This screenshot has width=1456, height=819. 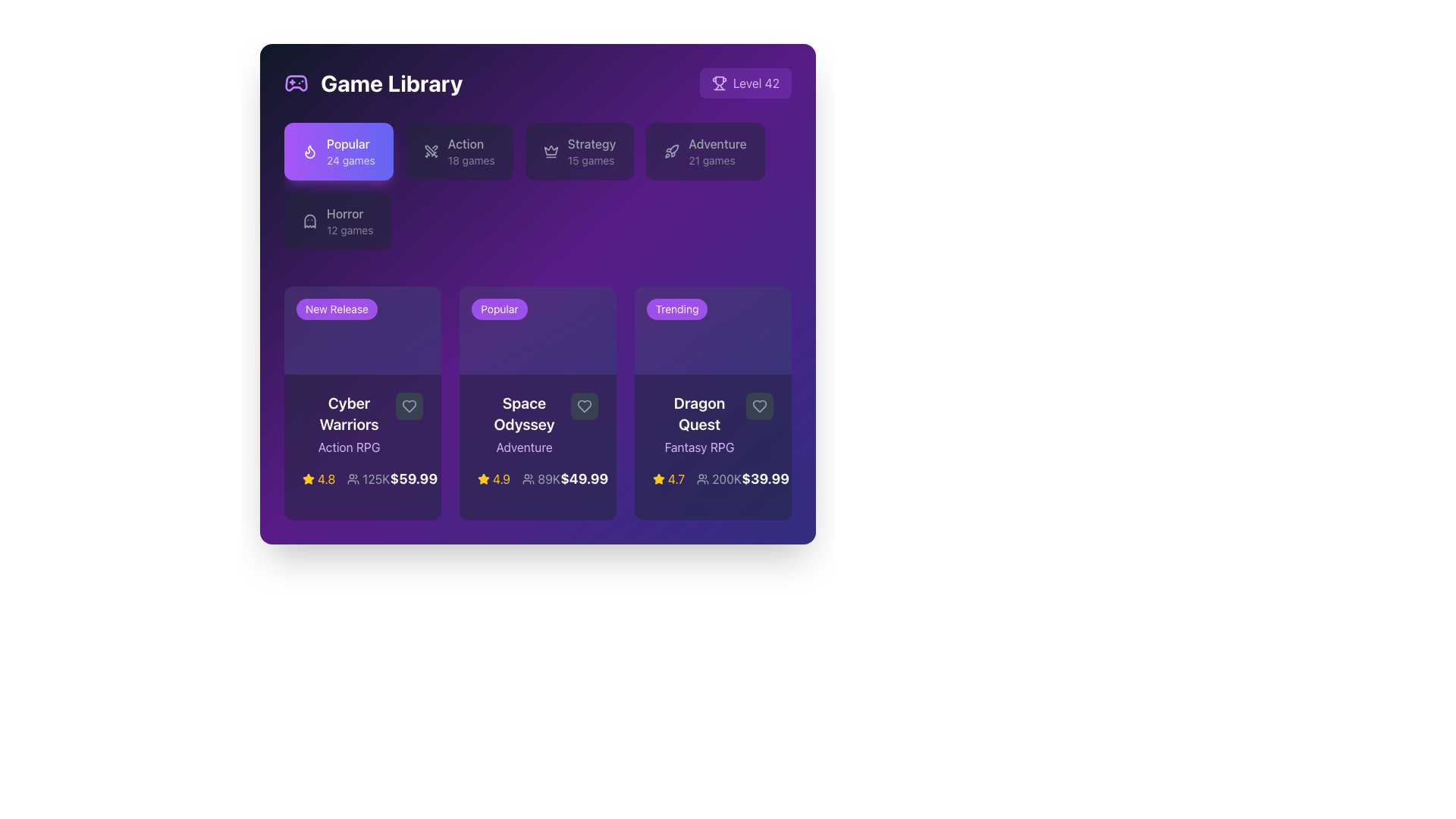 I want to click on the Game Library text label, which serves as a title or heading and is positioned to the right of a gamepad icon, so click(x=391, y=83).